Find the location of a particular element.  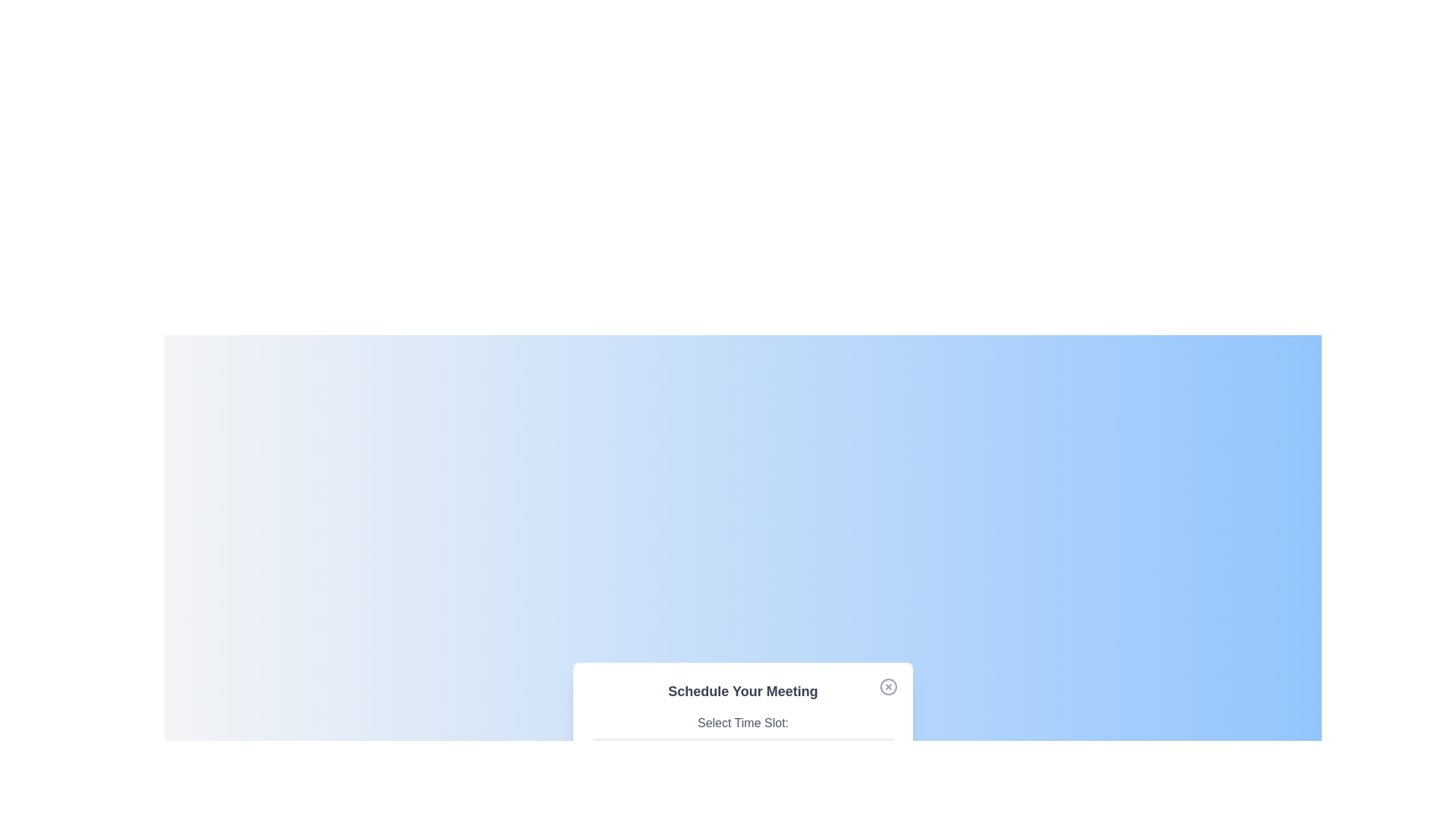

the time slot 2:00 PM from the dropdown menu is located at coordinates (742, 752).